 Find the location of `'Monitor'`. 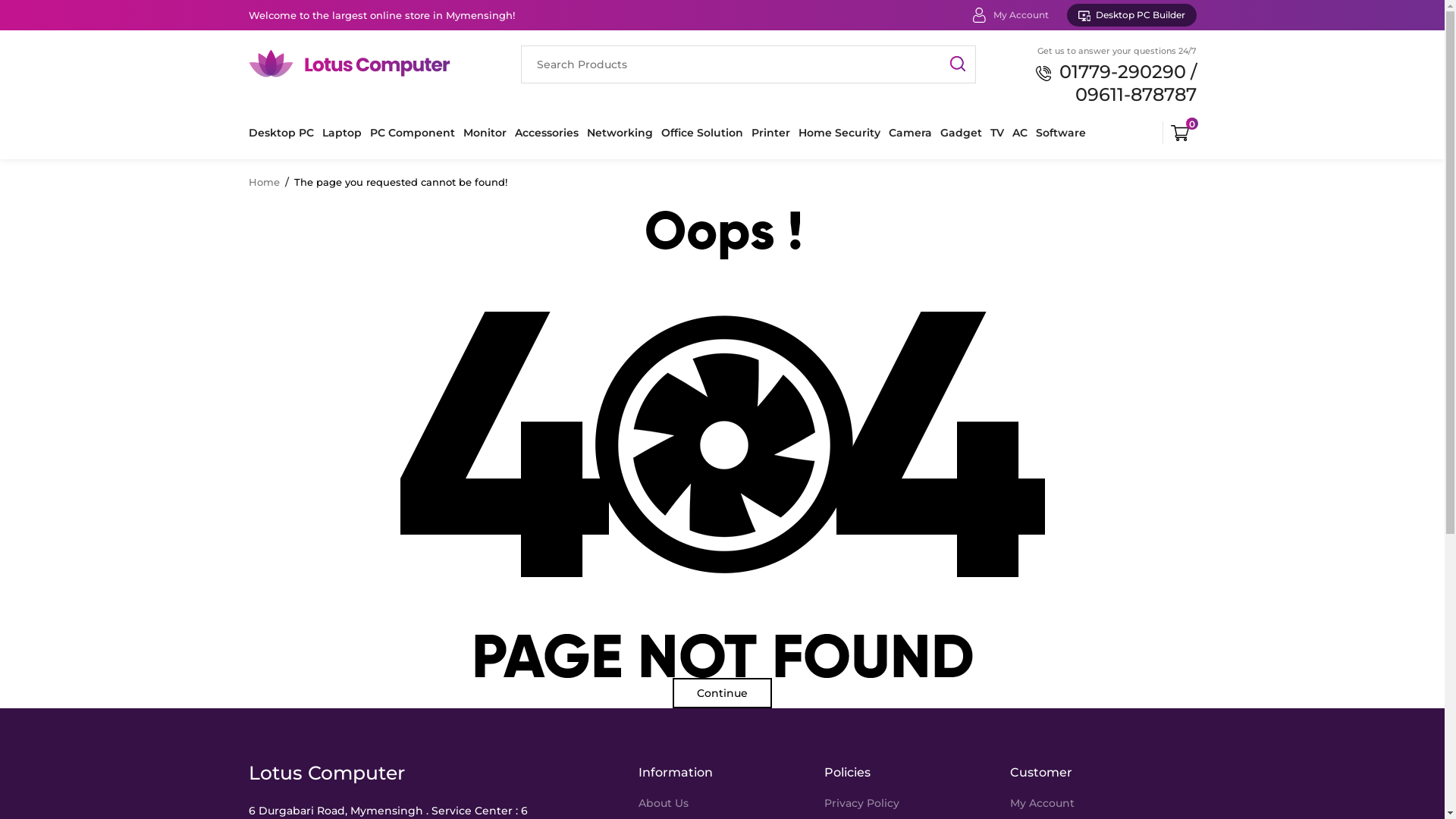

'Monitor' is located at coordinates (483, 131).